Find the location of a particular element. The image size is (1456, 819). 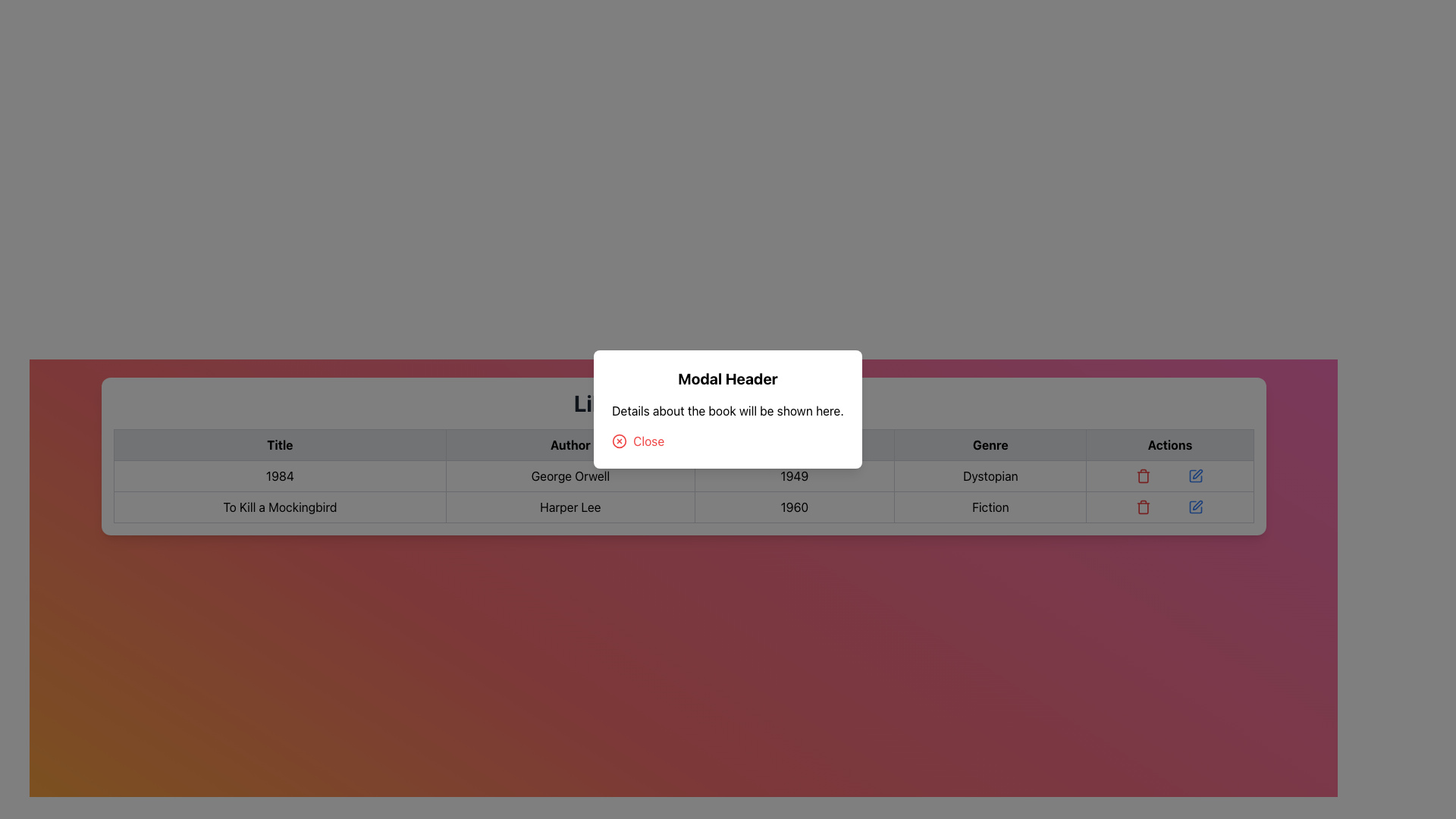

the Table Header Cell labeled 'Actions', which is styled with a gray background and is located at the rightmost position of the header row in the table is located at coordinates (1169, 444).